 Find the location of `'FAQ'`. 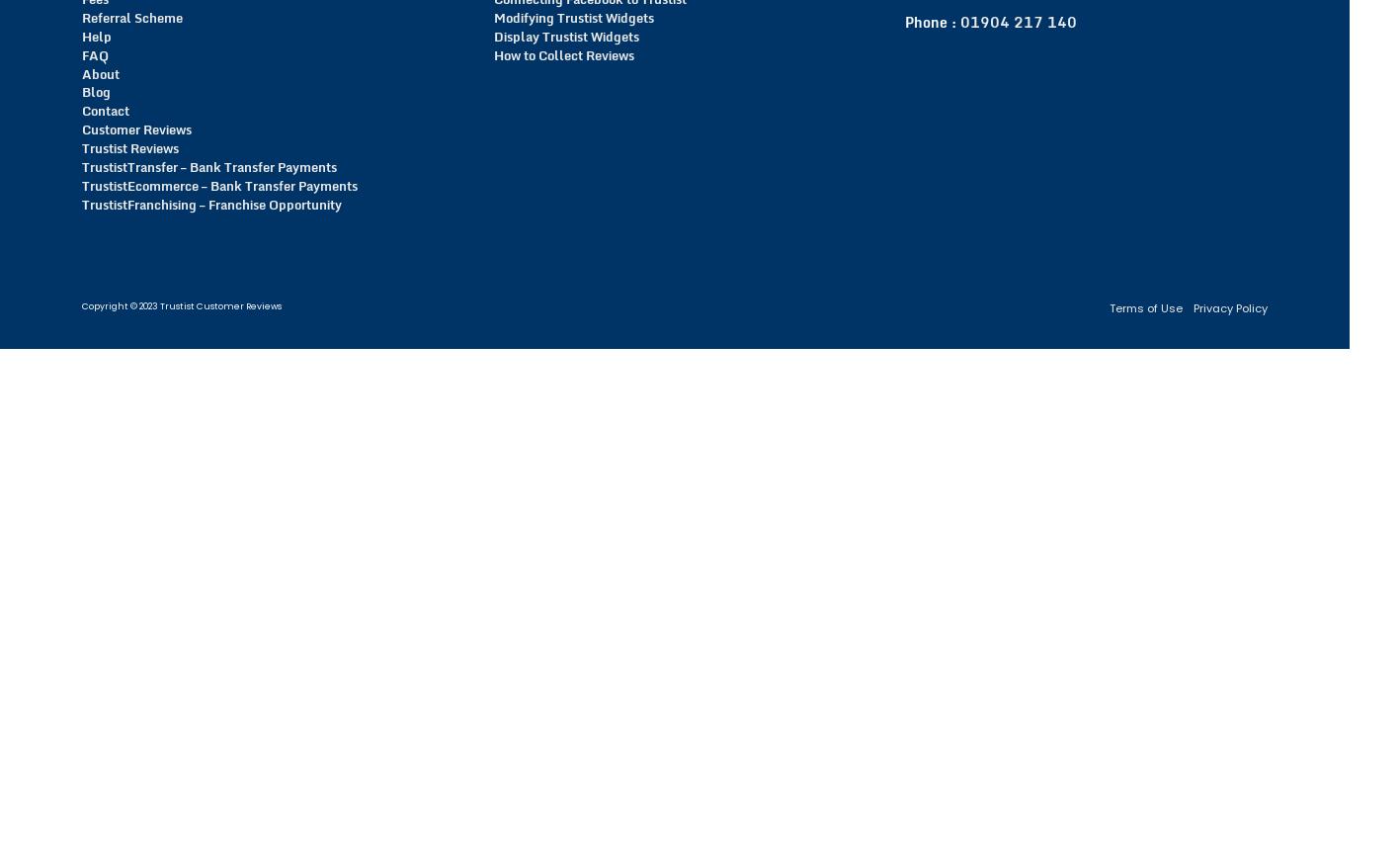

'FAQ' is located at coordinates (94, 54).